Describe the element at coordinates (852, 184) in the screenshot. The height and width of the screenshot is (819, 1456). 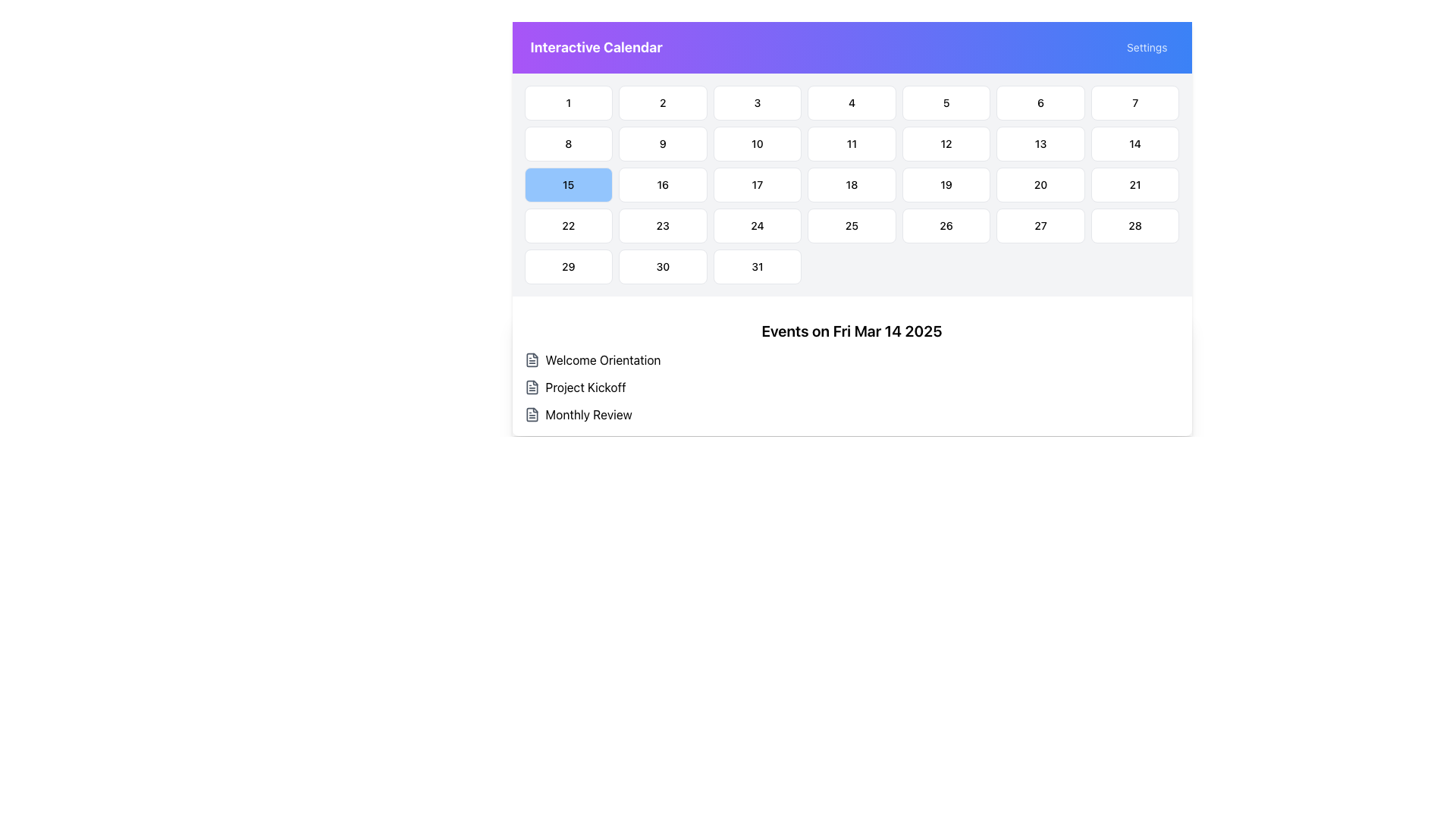
I see `the static text element displaying the number '18', located in the third row and sixth column of the calendar grid` at that location.